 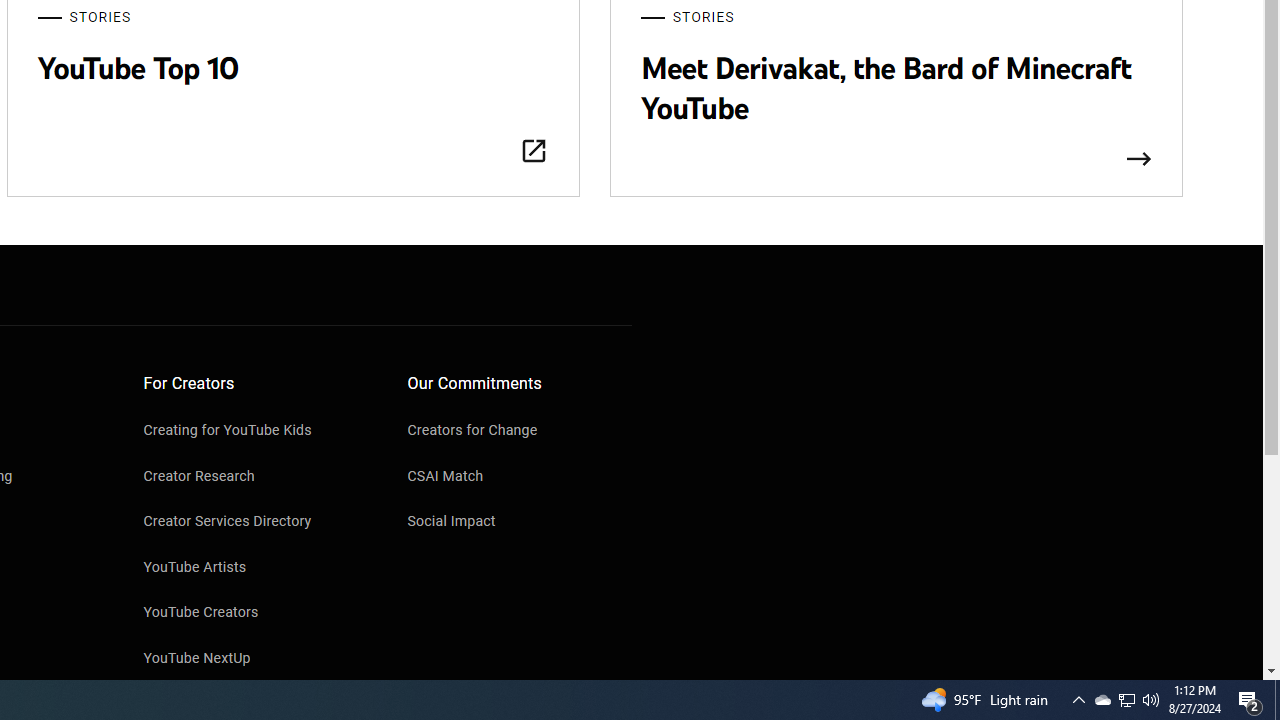 What do you see at coordinates (255, 613) in the screenshot?
I see `'YouTube Creators'` at bounding box center [255, 613].